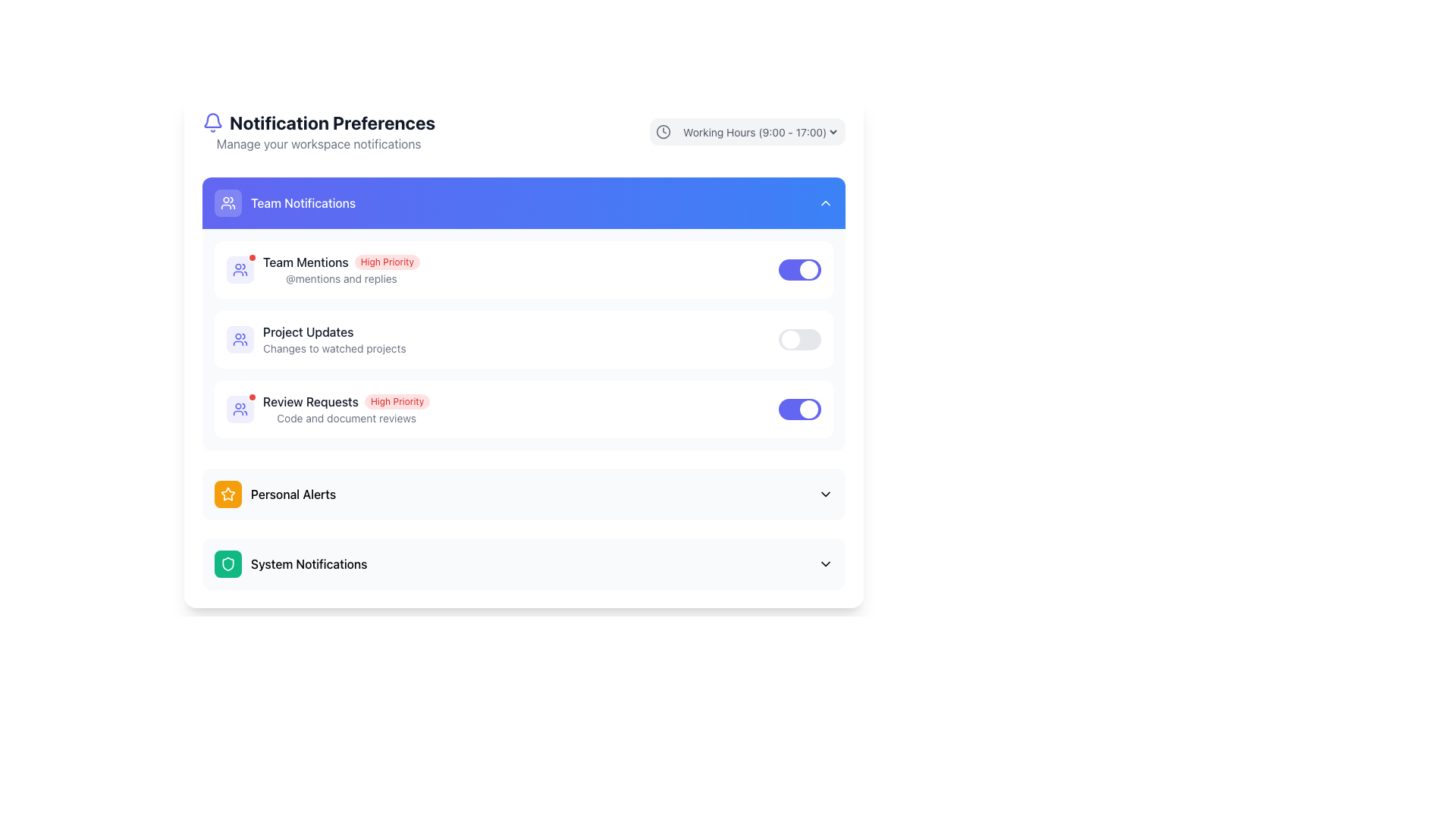 The width and height of the screenshot is (1456, 819). What do you see at coordinates (239, 338) in the screenshot?
I see `the small indigo icon of two people within the rounded rectangular light blue background, located in the 'Project Updates' section of the 'Team Notifications' panel` at bounding box center [239, 338].